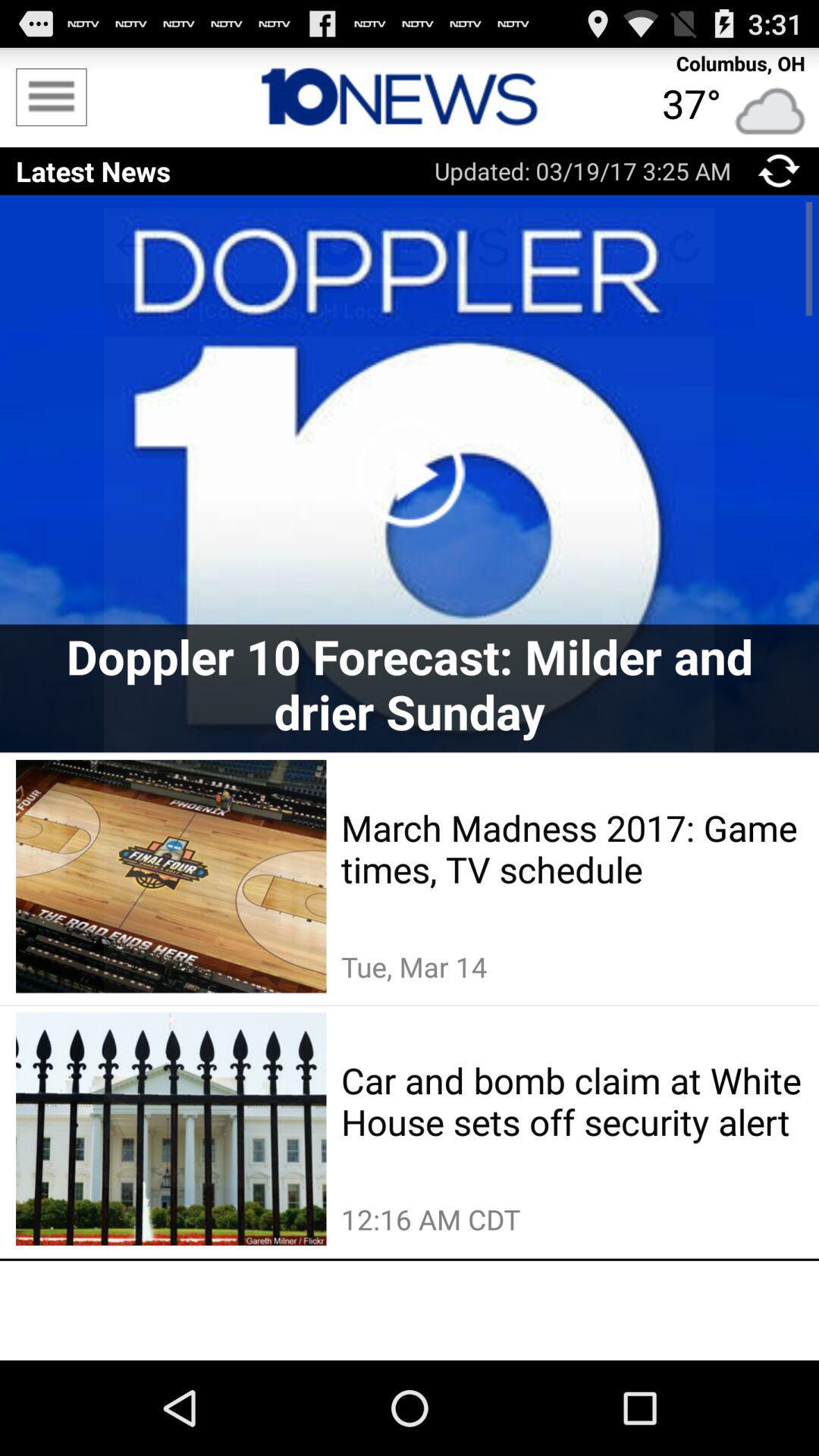  Describe the element at coordinates (409, 96) in the screenshot. I see `button to get to home screen` at that location.